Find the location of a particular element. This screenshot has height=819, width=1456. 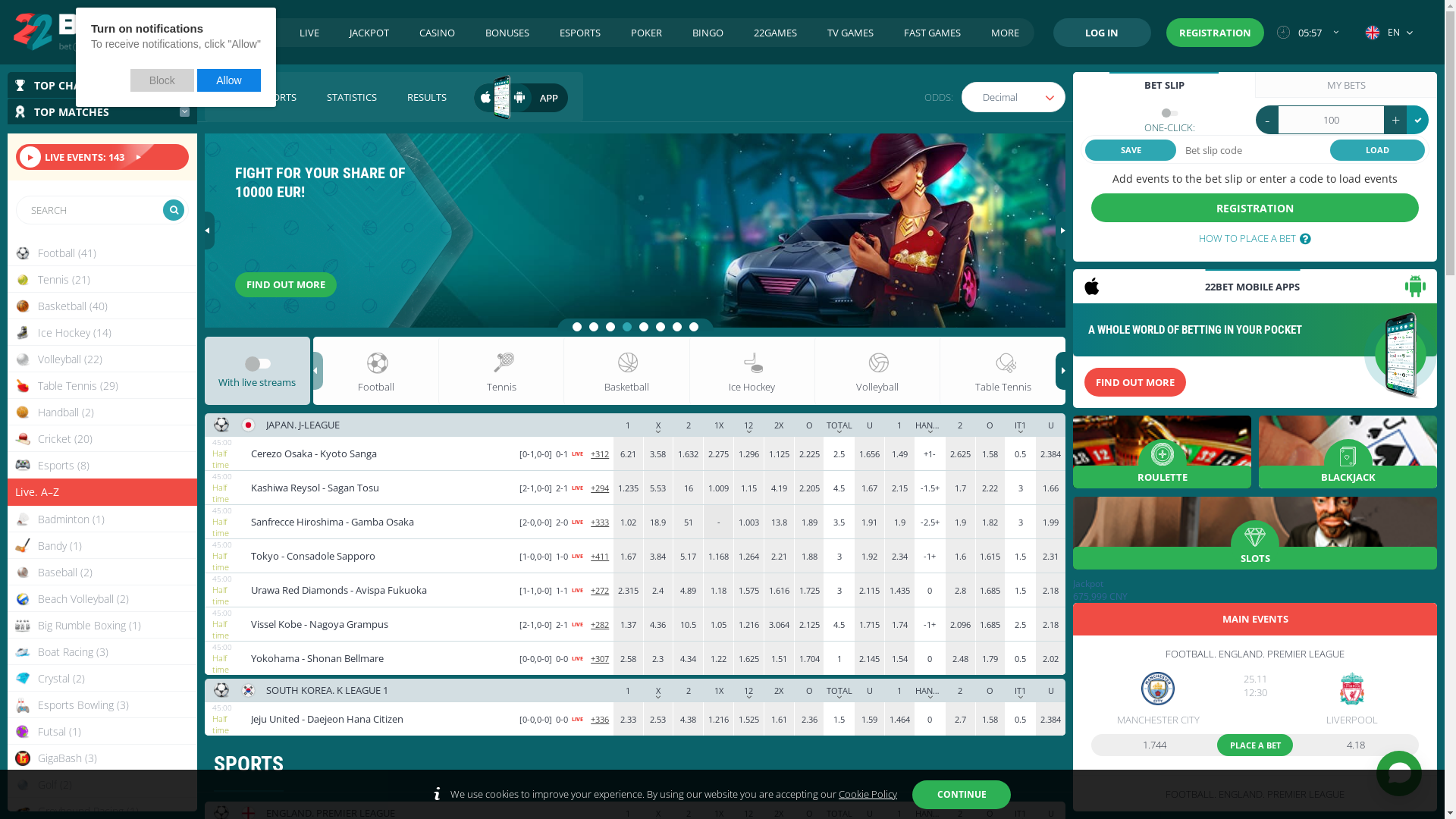

'Golf is located at coordinates (101, 784).